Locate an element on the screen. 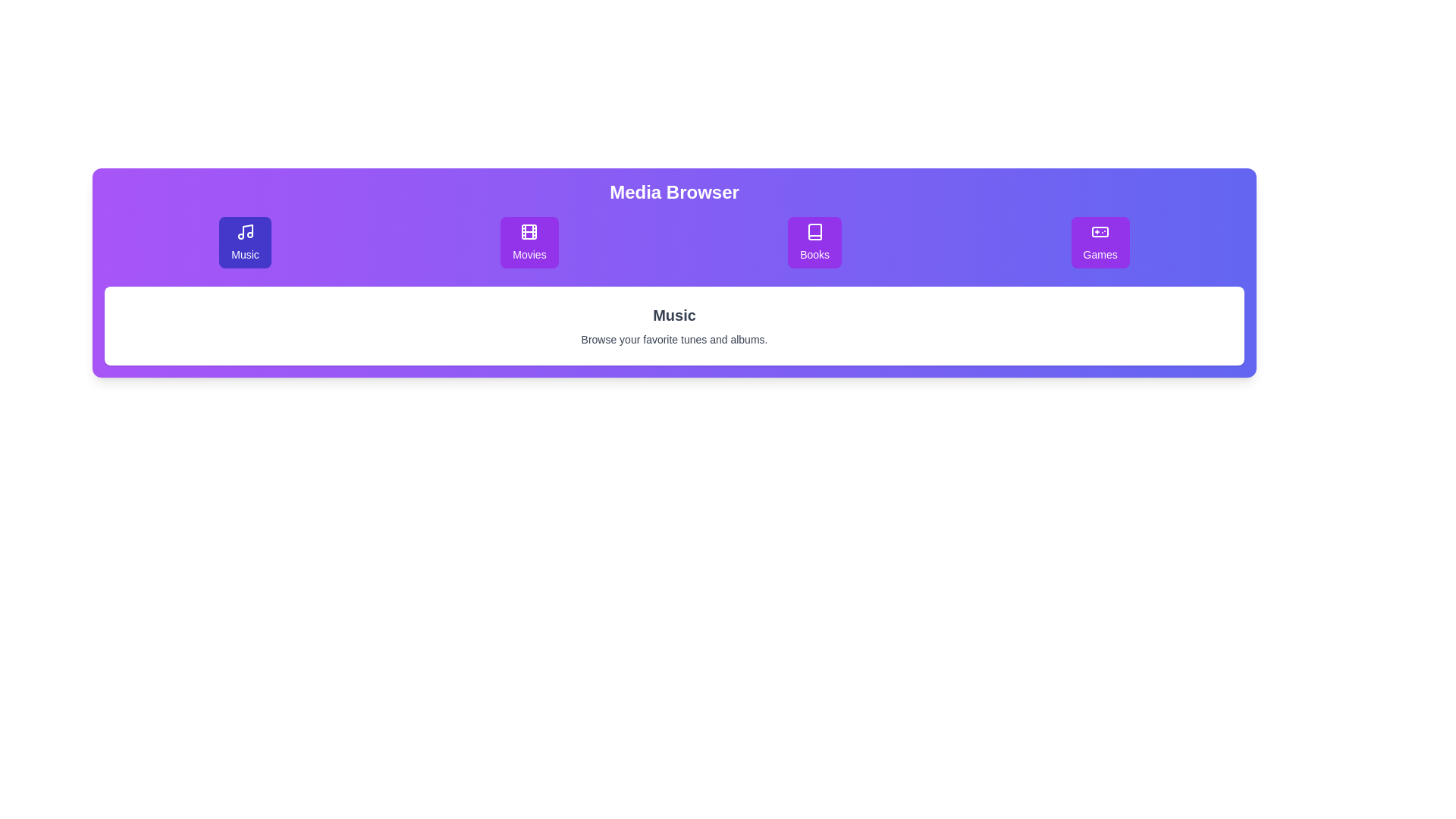 This screenshot has height=819, width=1456. the 'Movies' section icon, which visually indicates its purpose on the interface, positioned above the text label 'Movies' is located at coordinates (529, 231).